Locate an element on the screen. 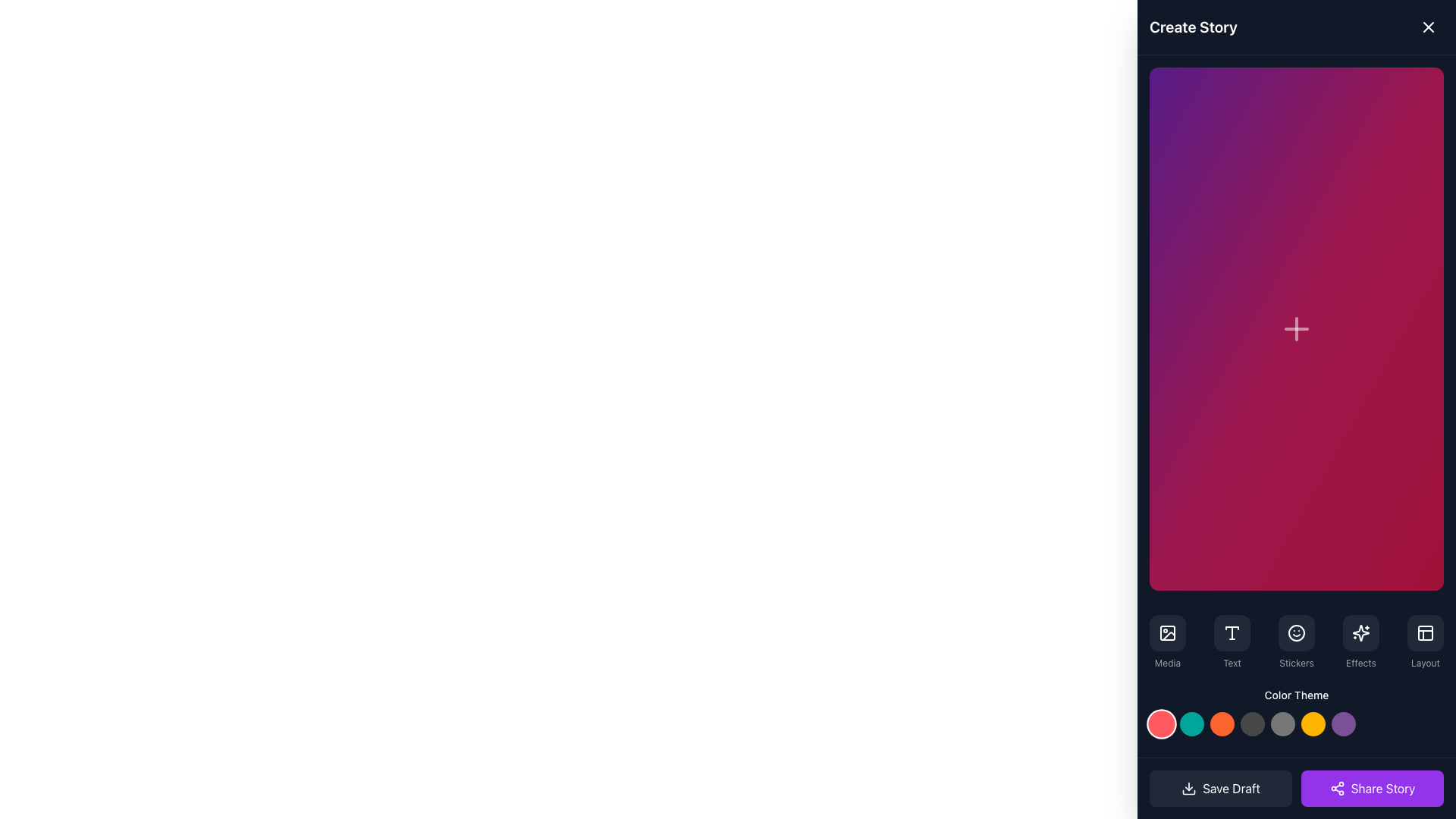 Image resolution: width=1456 pixels, height=819 pixels. the Plus icon, which is characterized by two intersecting lines forming a cross, with a light appearance against a dark gradient background is located at coordinates (1295, 327).